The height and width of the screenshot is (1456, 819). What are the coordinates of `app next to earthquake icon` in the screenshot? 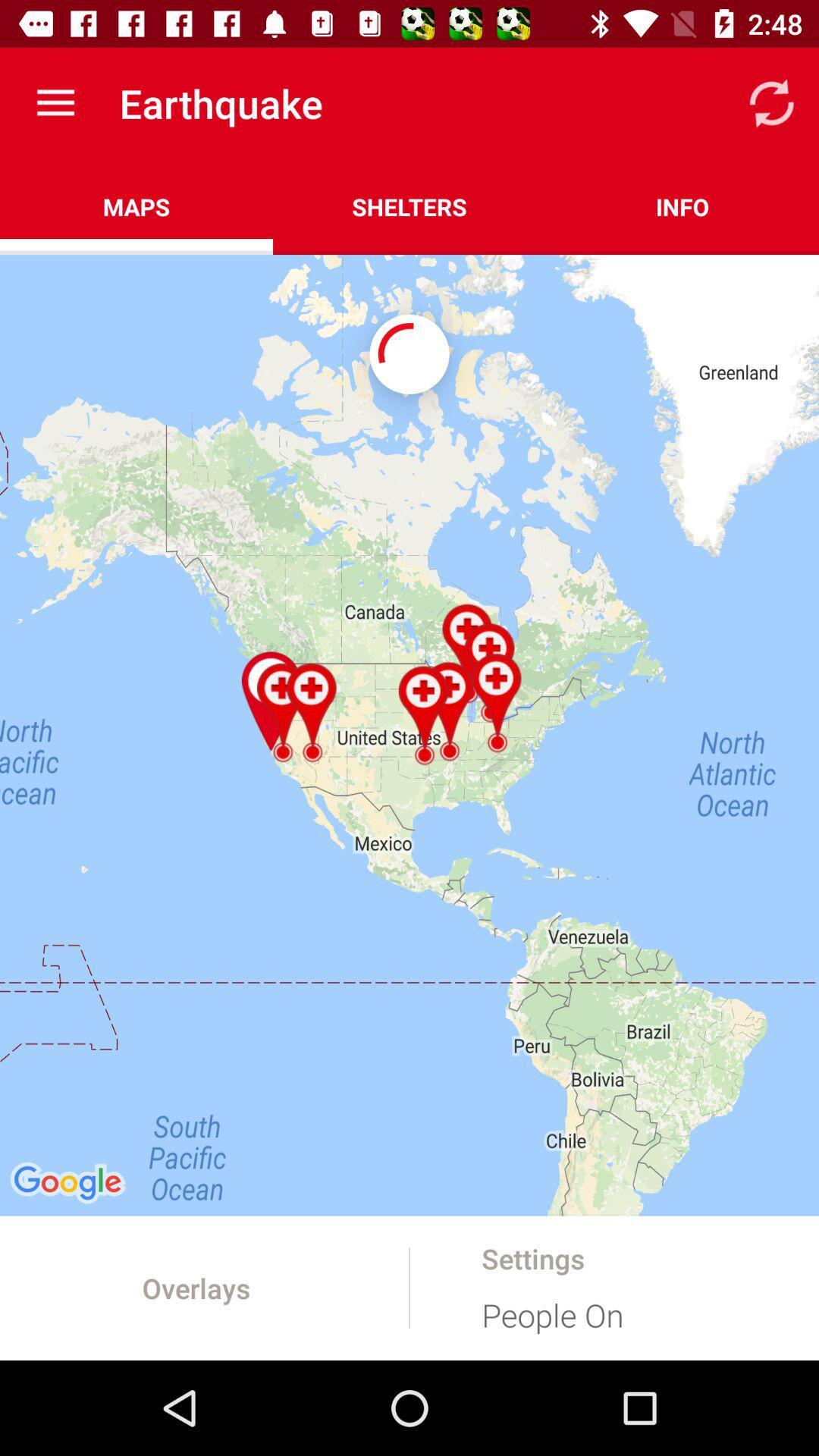 It's located at (55, 102).